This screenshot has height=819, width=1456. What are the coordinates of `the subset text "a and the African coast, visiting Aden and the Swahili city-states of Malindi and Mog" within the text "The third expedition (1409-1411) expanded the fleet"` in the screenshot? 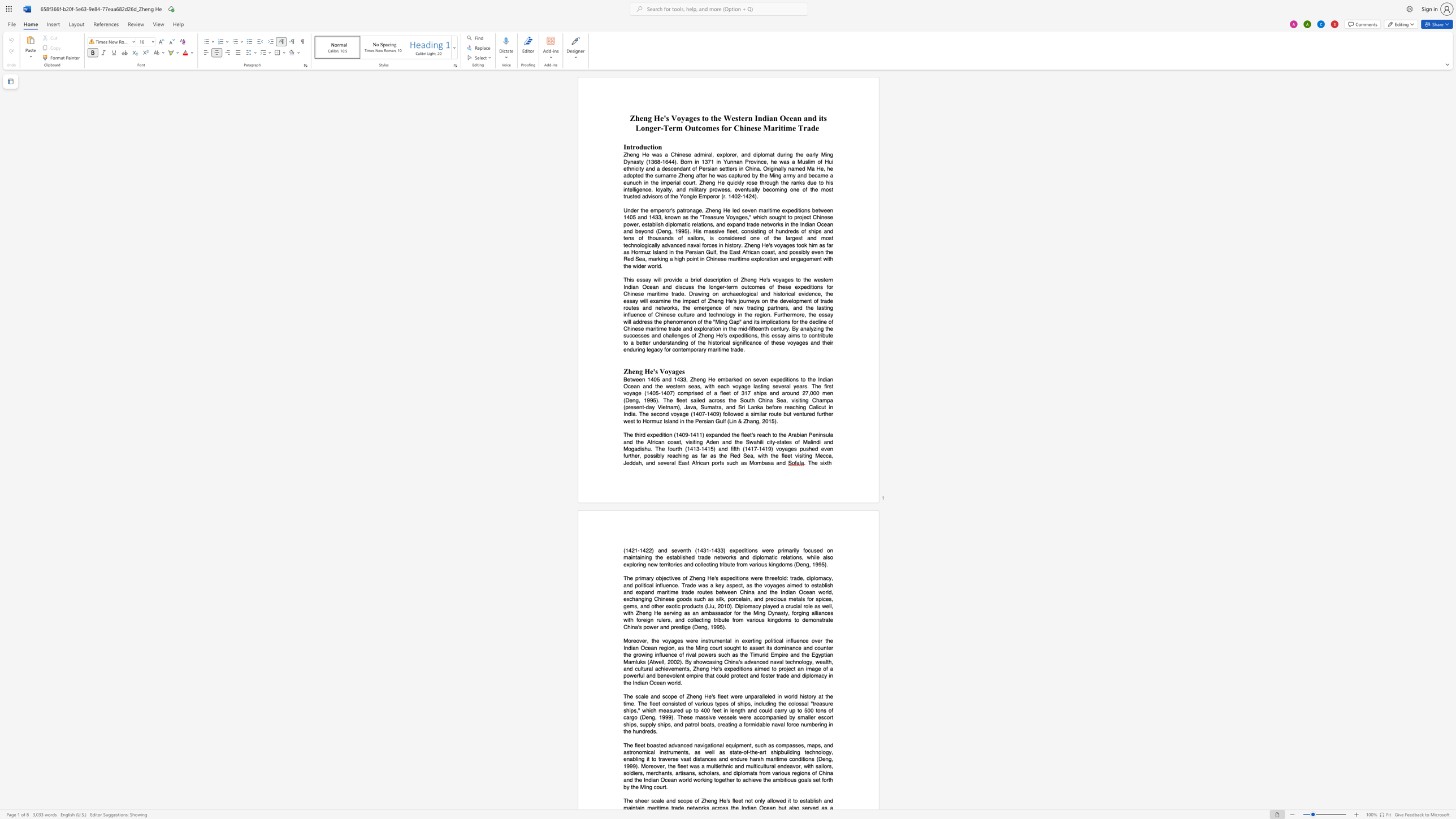 It's located at (830, 435).